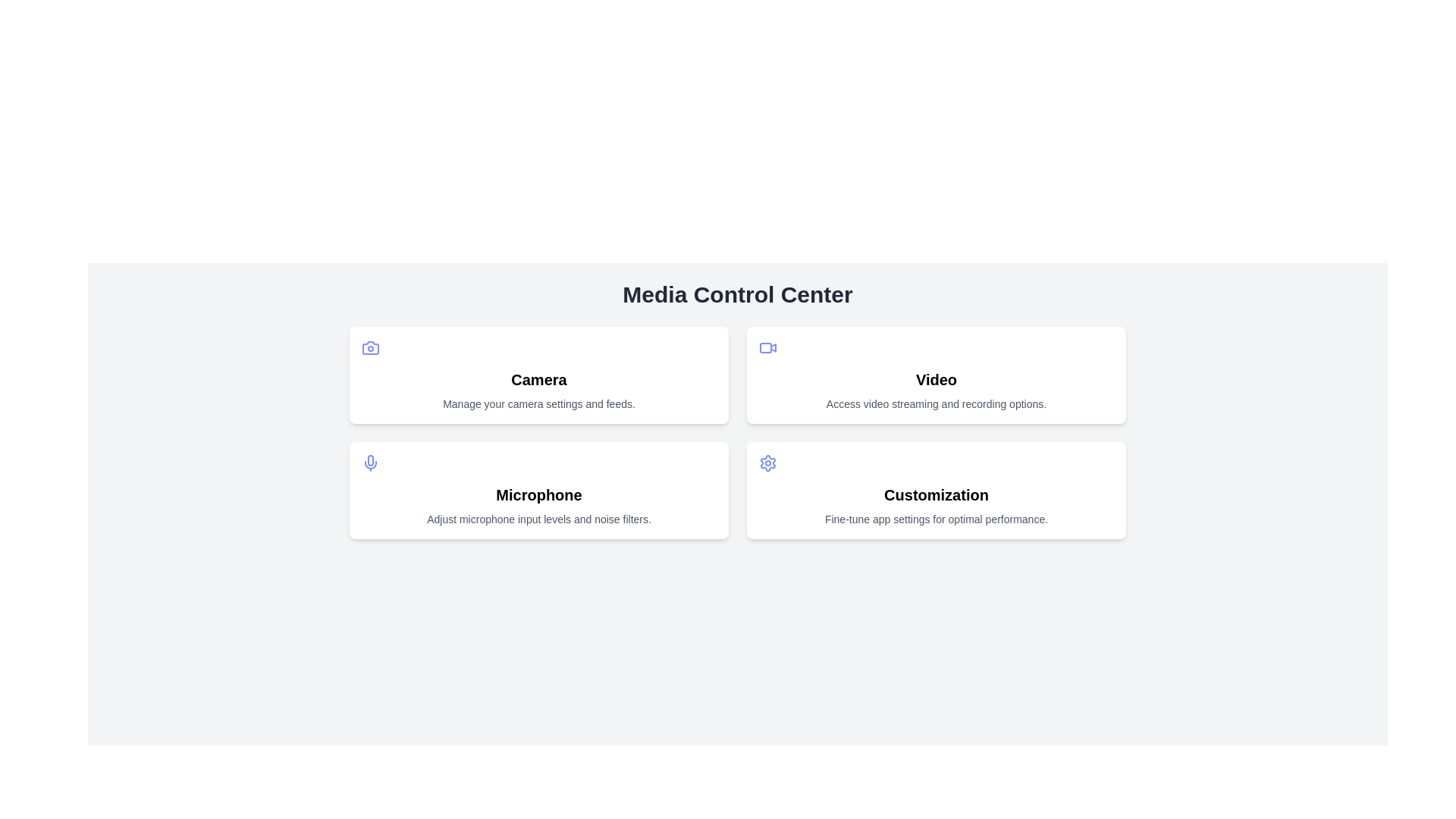 The width and height of the screenshot is (1456, 819). What do you see at coordinates (538, 494) in the screenshot?
I see `the 'Microphone' text label, which serves as the title for the microphone section, located in the first column of the second row of a 2x2 grid of interface cards` at bounding box center [538, 494].